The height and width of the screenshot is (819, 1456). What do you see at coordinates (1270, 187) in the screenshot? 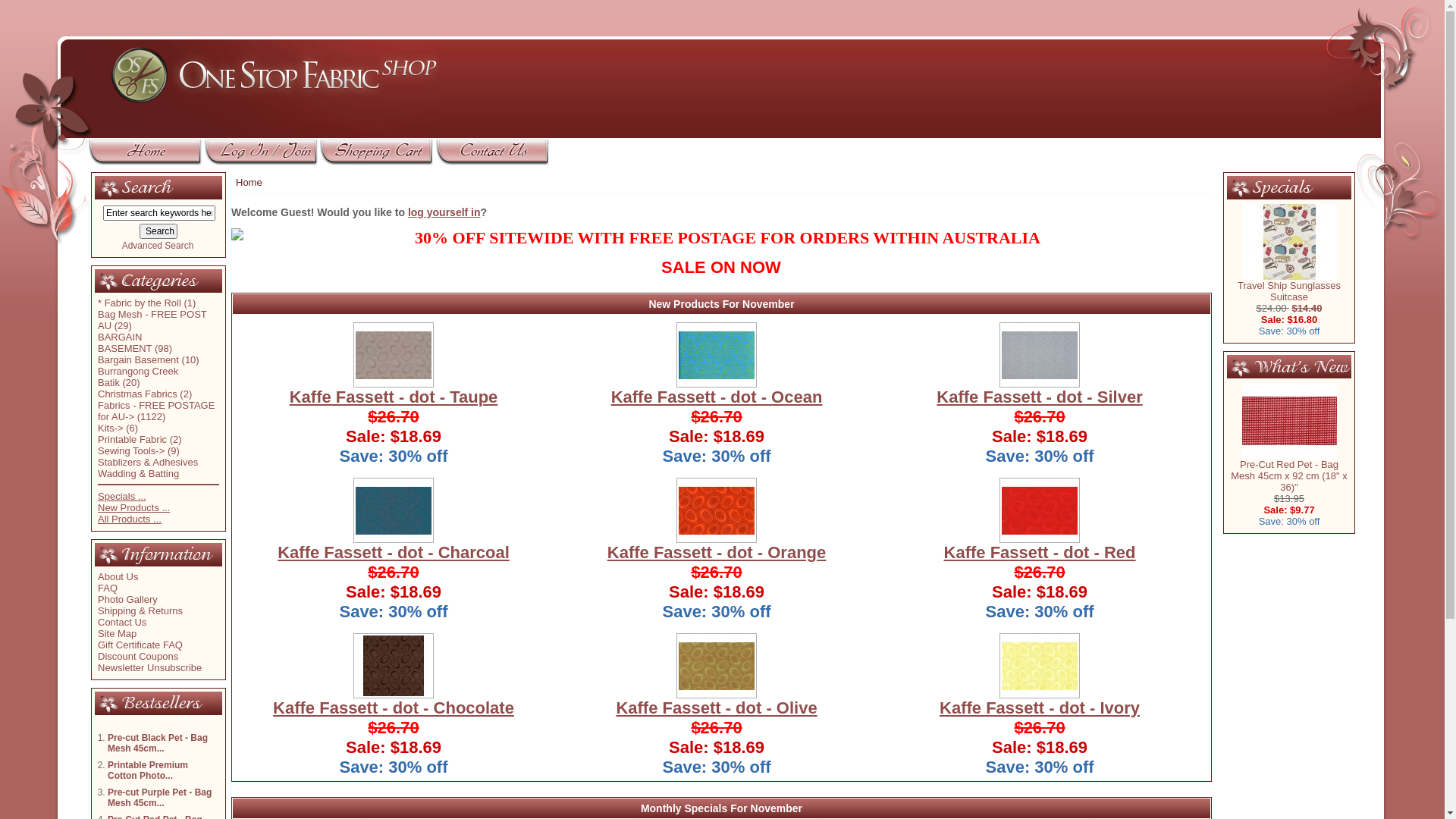
I see `' Spcials '` at bounding box center [1270, 187].